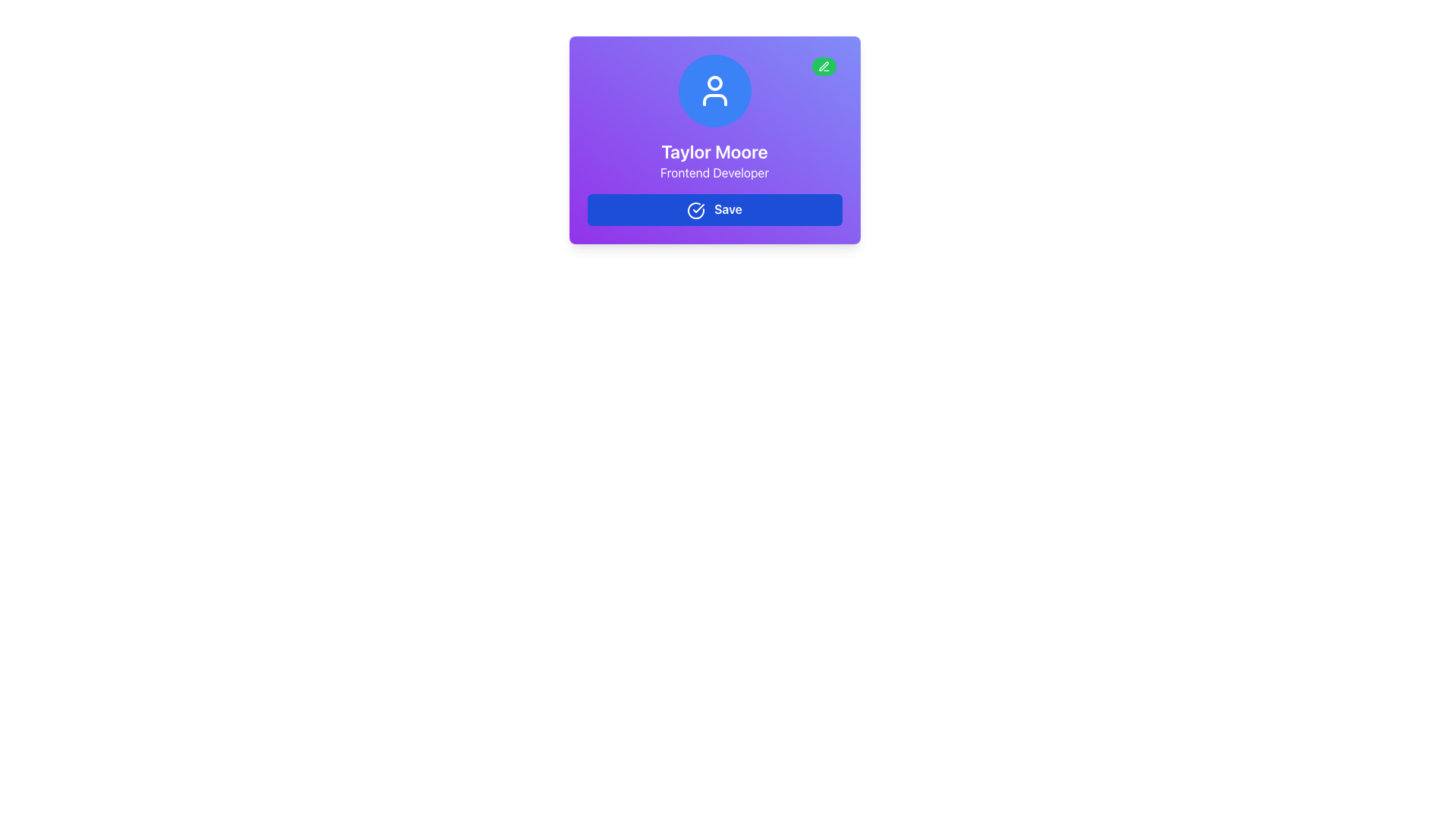  What do you see at coordinates (695, 210) in the screenshot?
I see `the check mark icon within a circle, styled in blue and white, located to the left of the 'Save' text on a blue button at the bottom of a user information card` at bounding box center [695, 210].